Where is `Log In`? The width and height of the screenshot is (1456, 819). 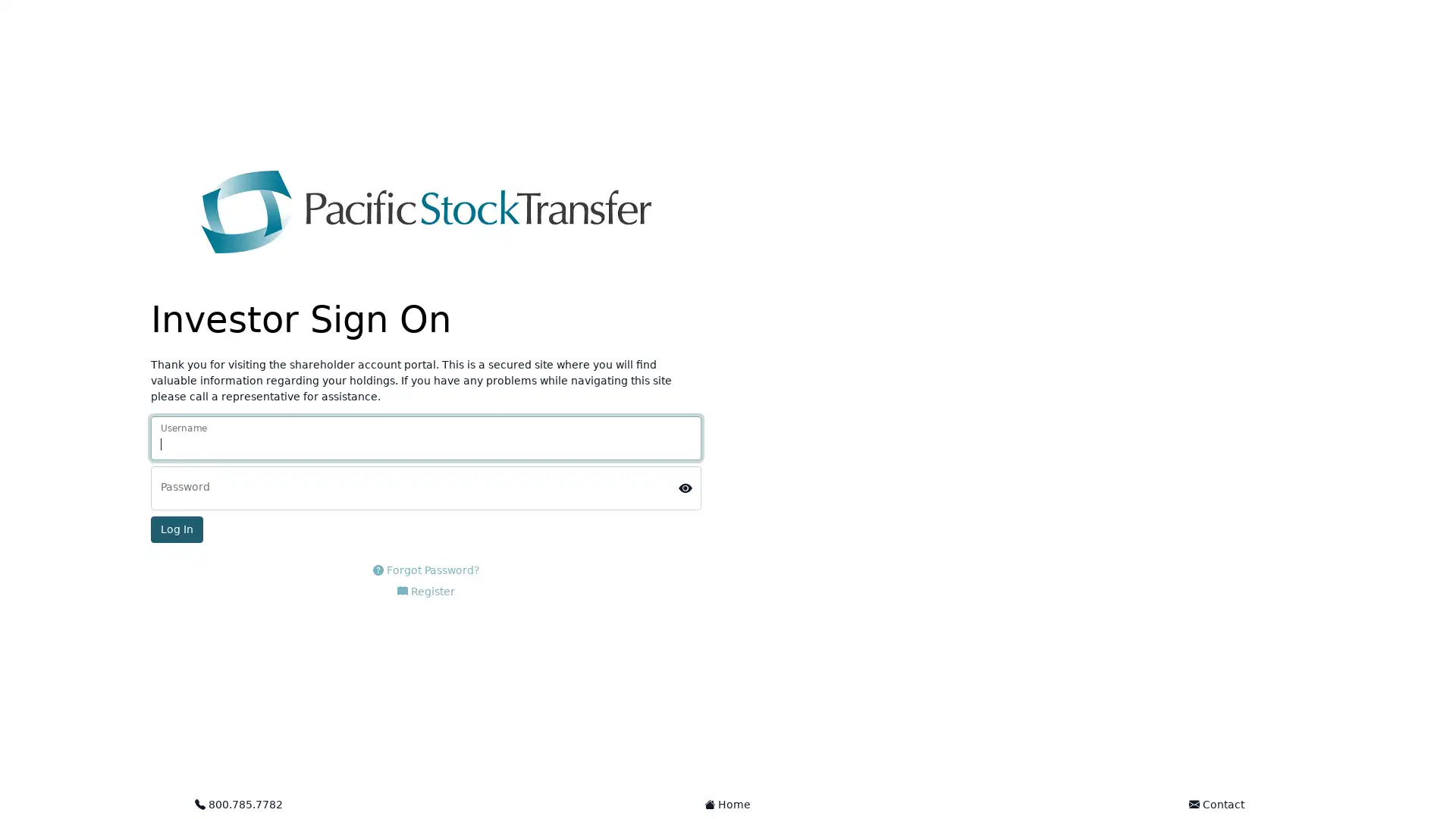 Log In is located at coordinates (177, 529).